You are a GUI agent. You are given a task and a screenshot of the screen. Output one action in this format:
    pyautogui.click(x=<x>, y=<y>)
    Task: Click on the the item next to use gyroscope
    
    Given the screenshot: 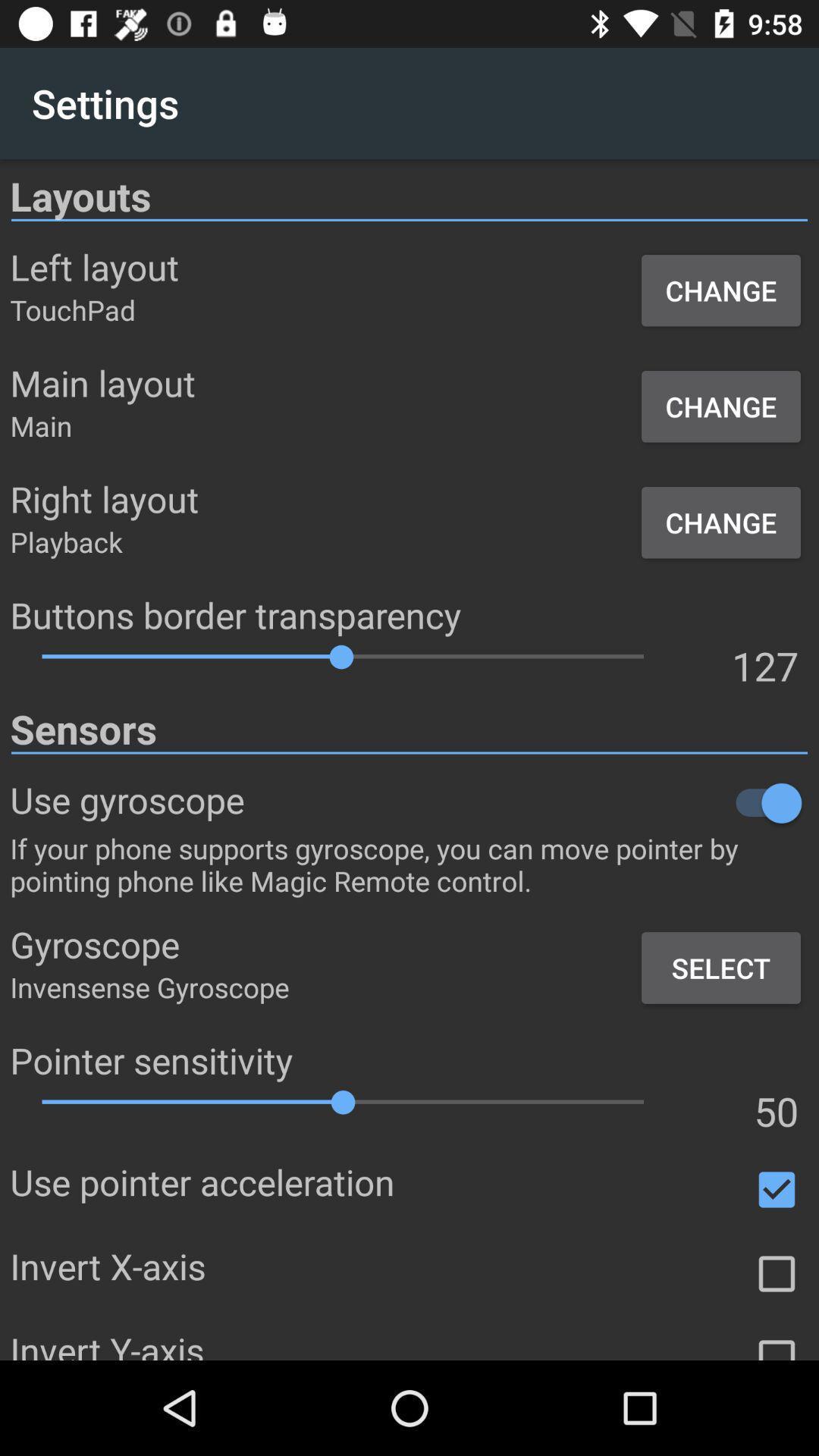 What is the action you would take?
    pyautogui.click(x=526, y=802)
    